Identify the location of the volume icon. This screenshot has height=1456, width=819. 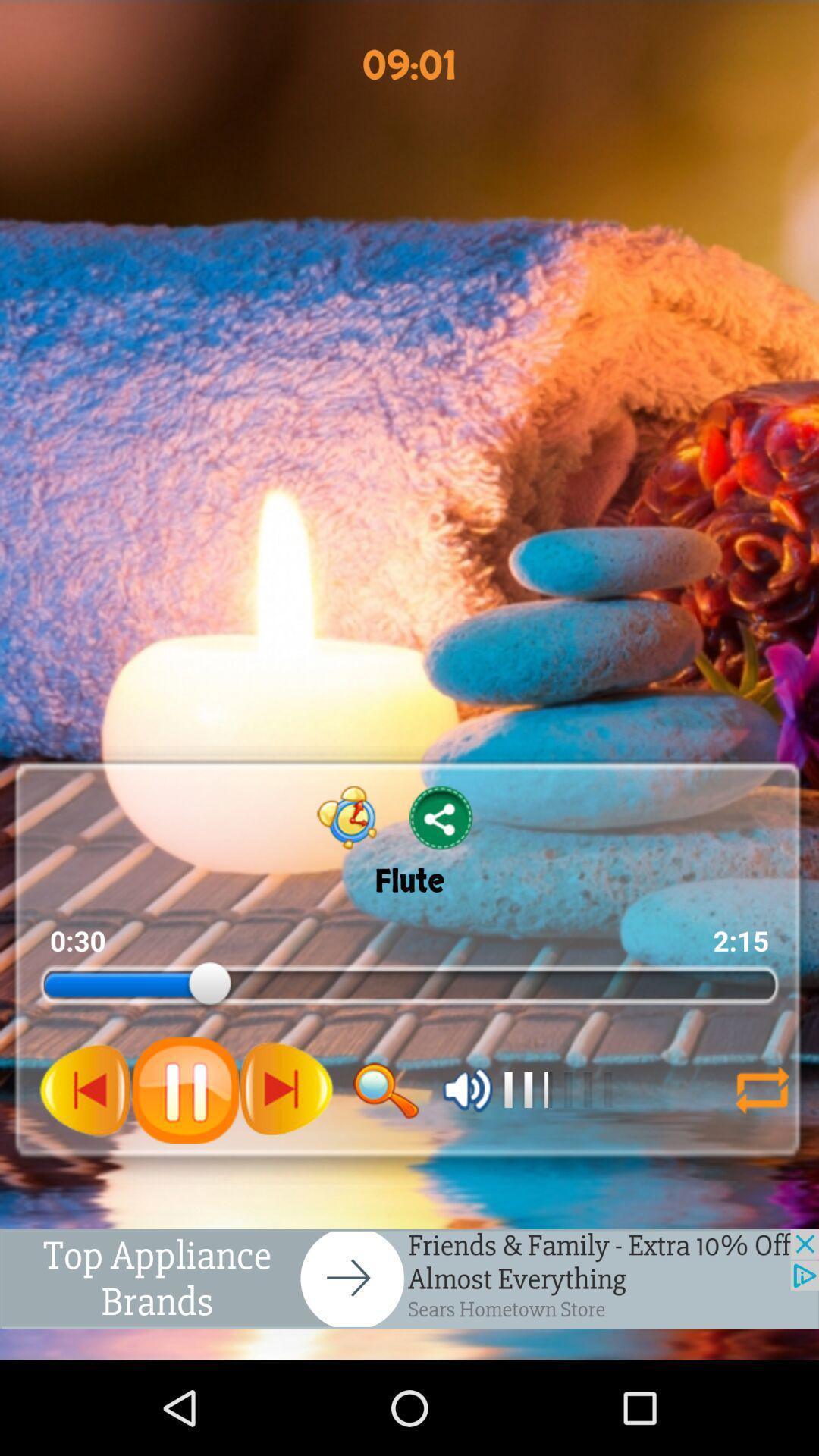
(467, 1166).